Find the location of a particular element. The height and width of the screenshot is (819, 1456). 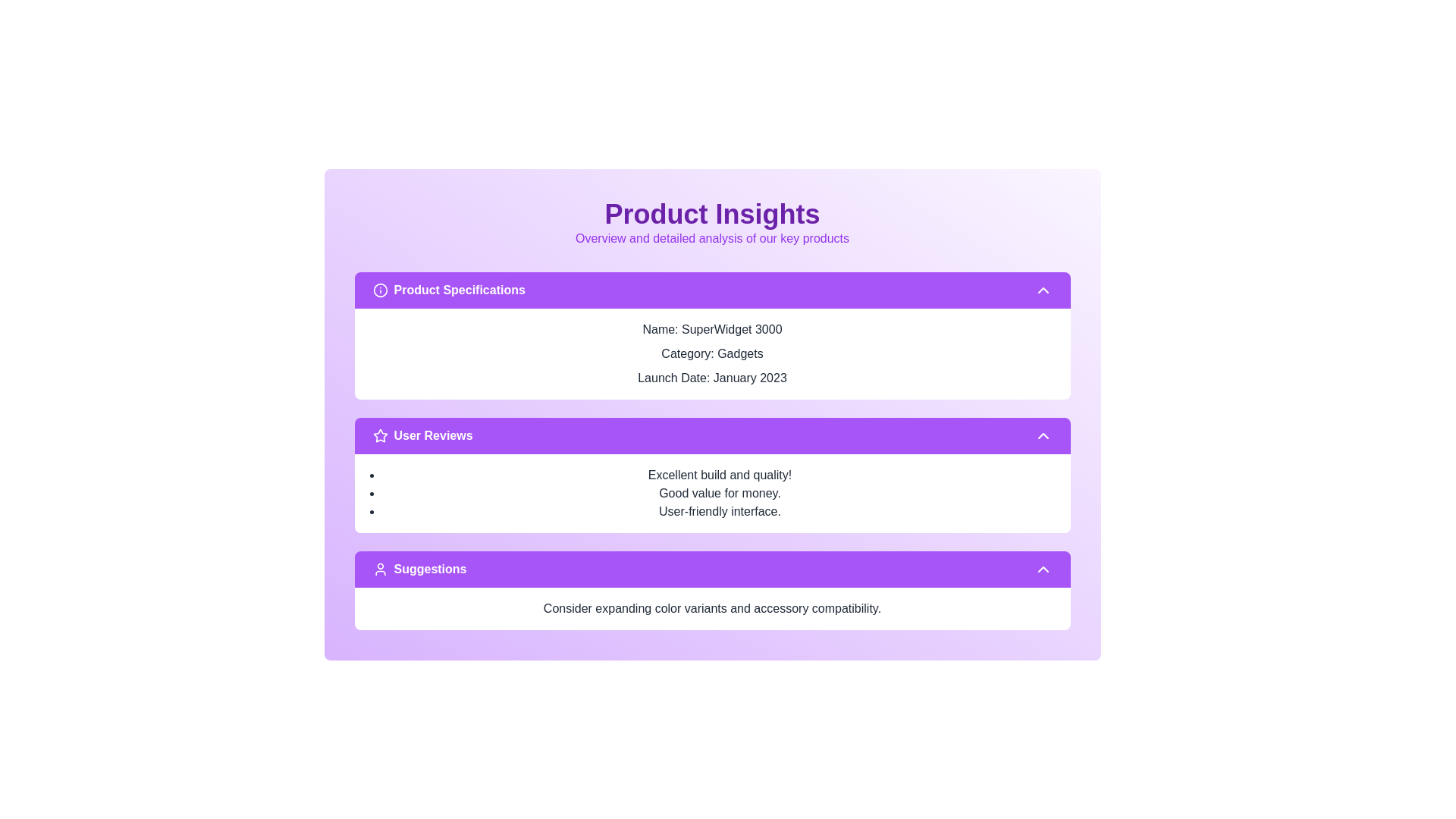

the Chevron-Up icon located on the far-right side of the 'User Reviews' section header is located at coordinates (1042, 435).